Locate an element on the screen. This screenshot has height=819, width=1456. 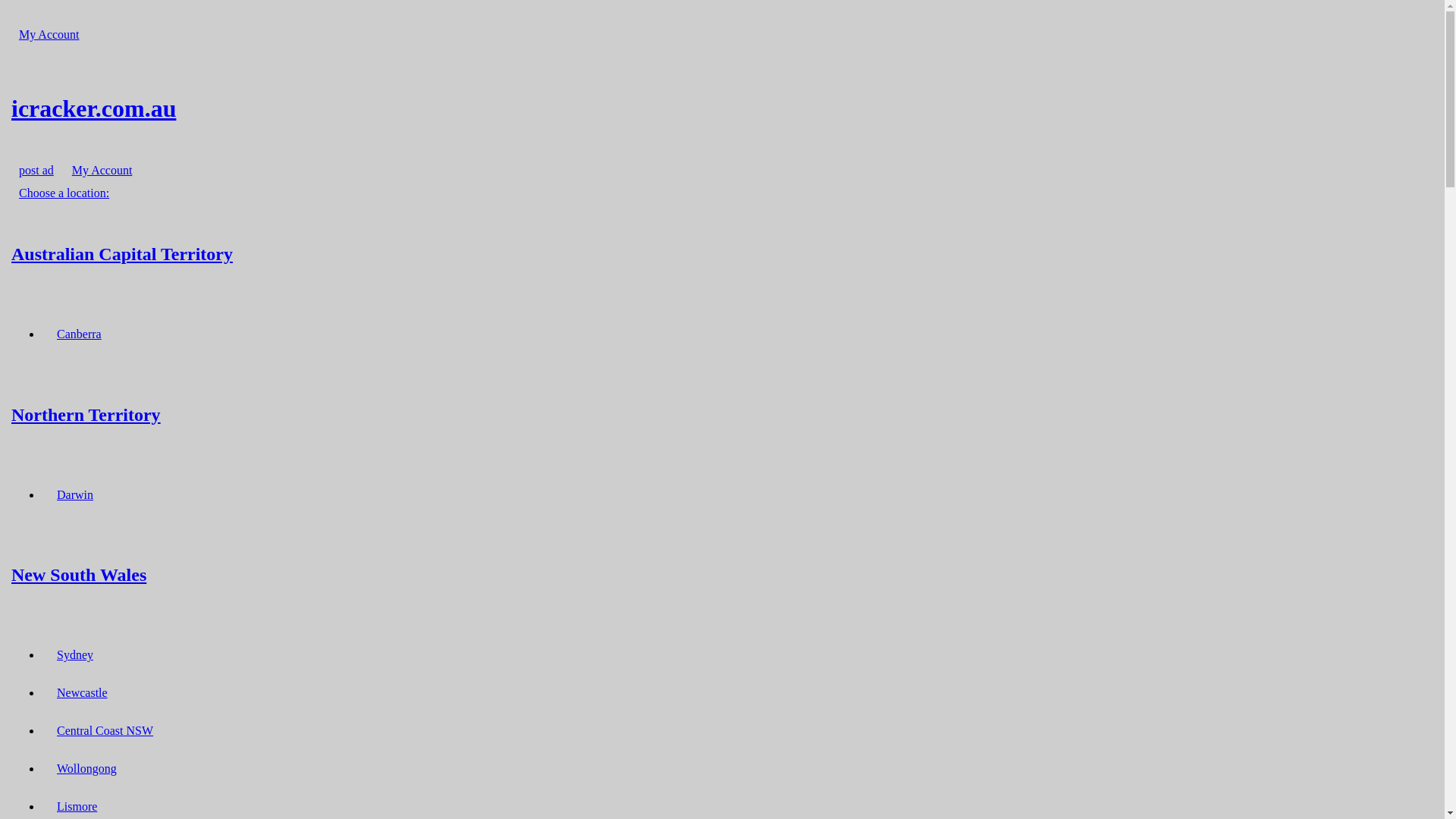
'Choose a location:' is located at coordinates (63, 192).